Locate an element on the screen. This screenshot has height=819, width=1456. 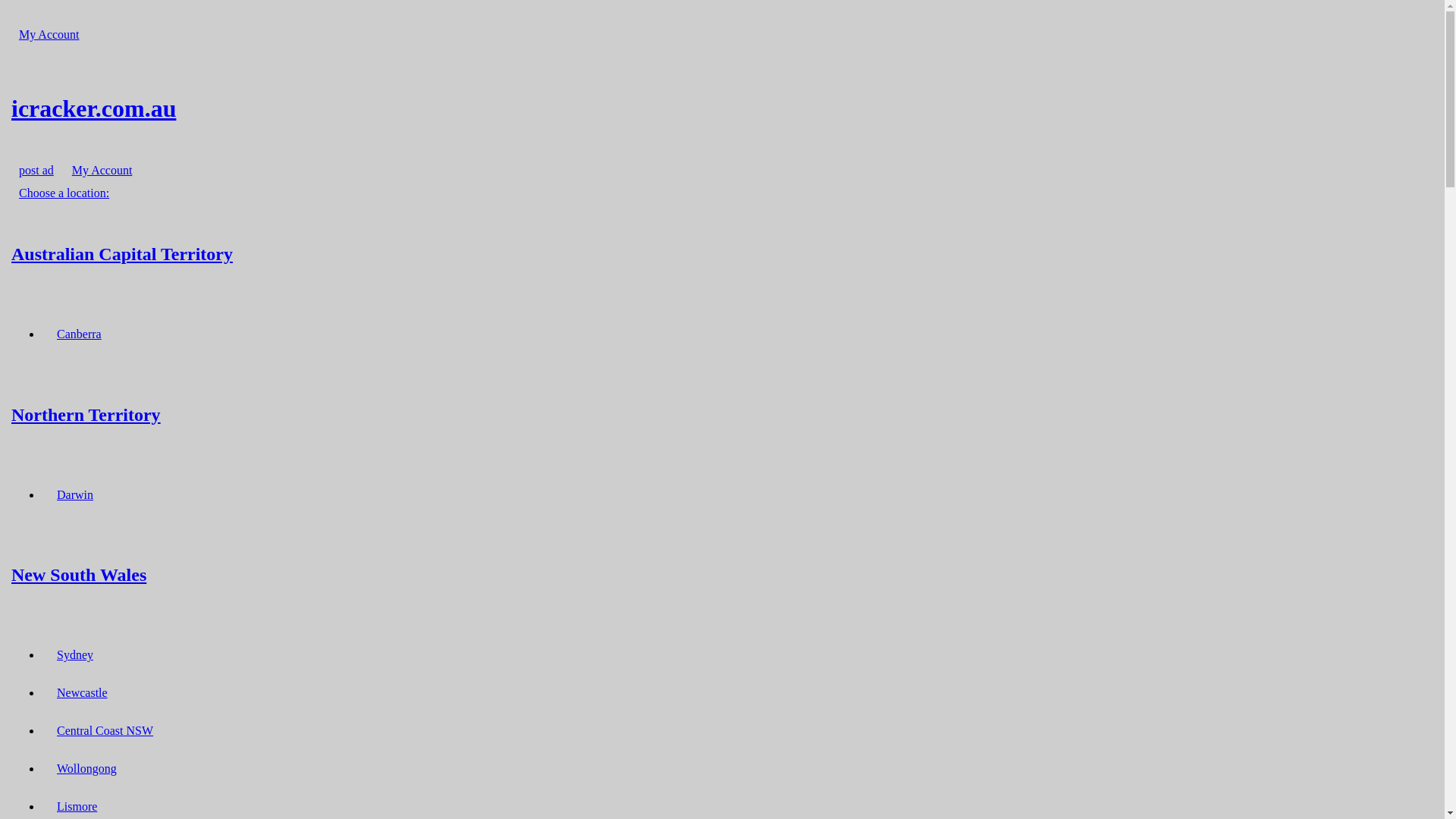
'Choose a location:' is located at coordinates (63, 192).